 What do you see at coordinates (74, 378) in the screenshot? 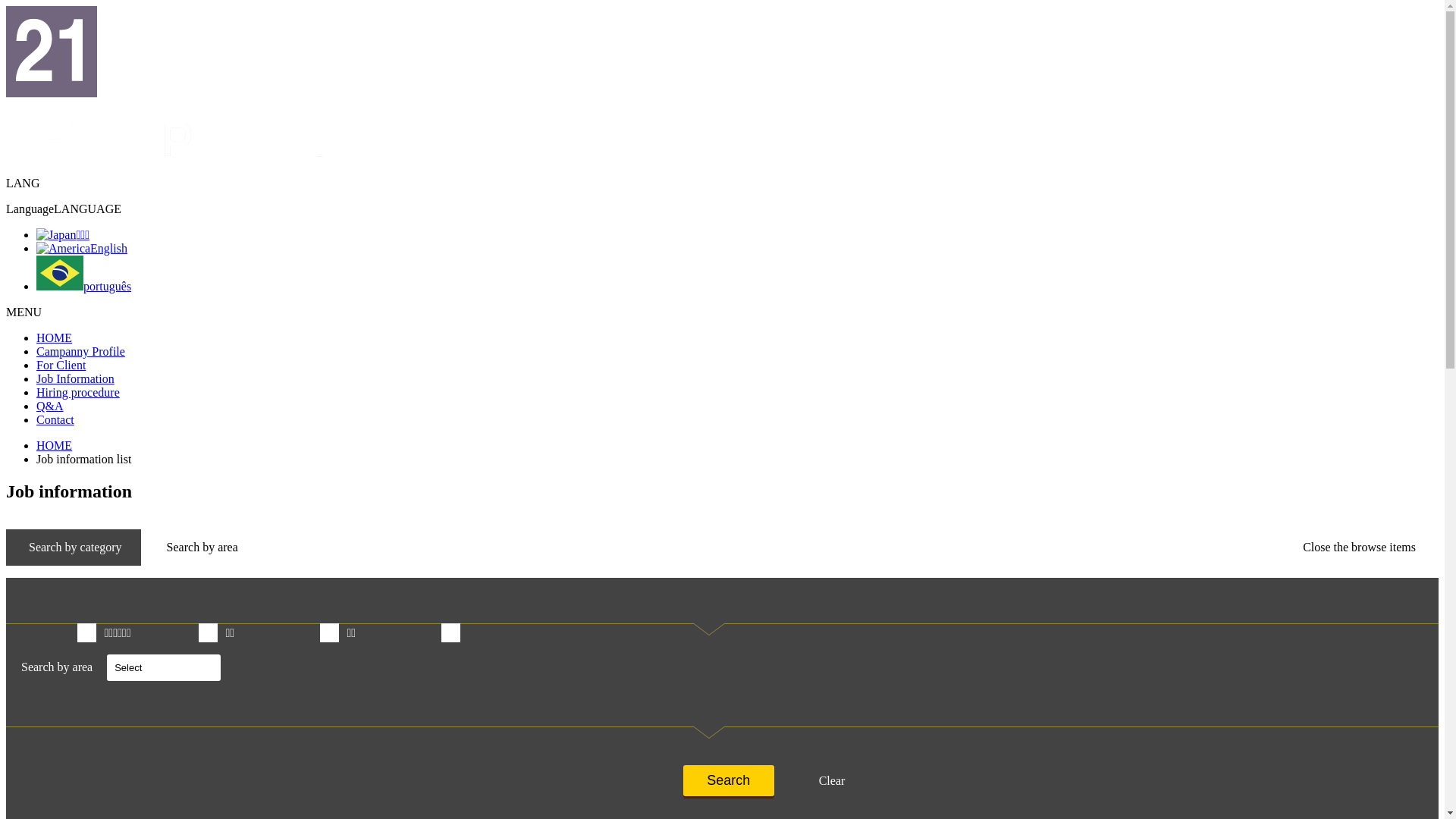
I see `'Job Information'` at bounding box center [74, 378].